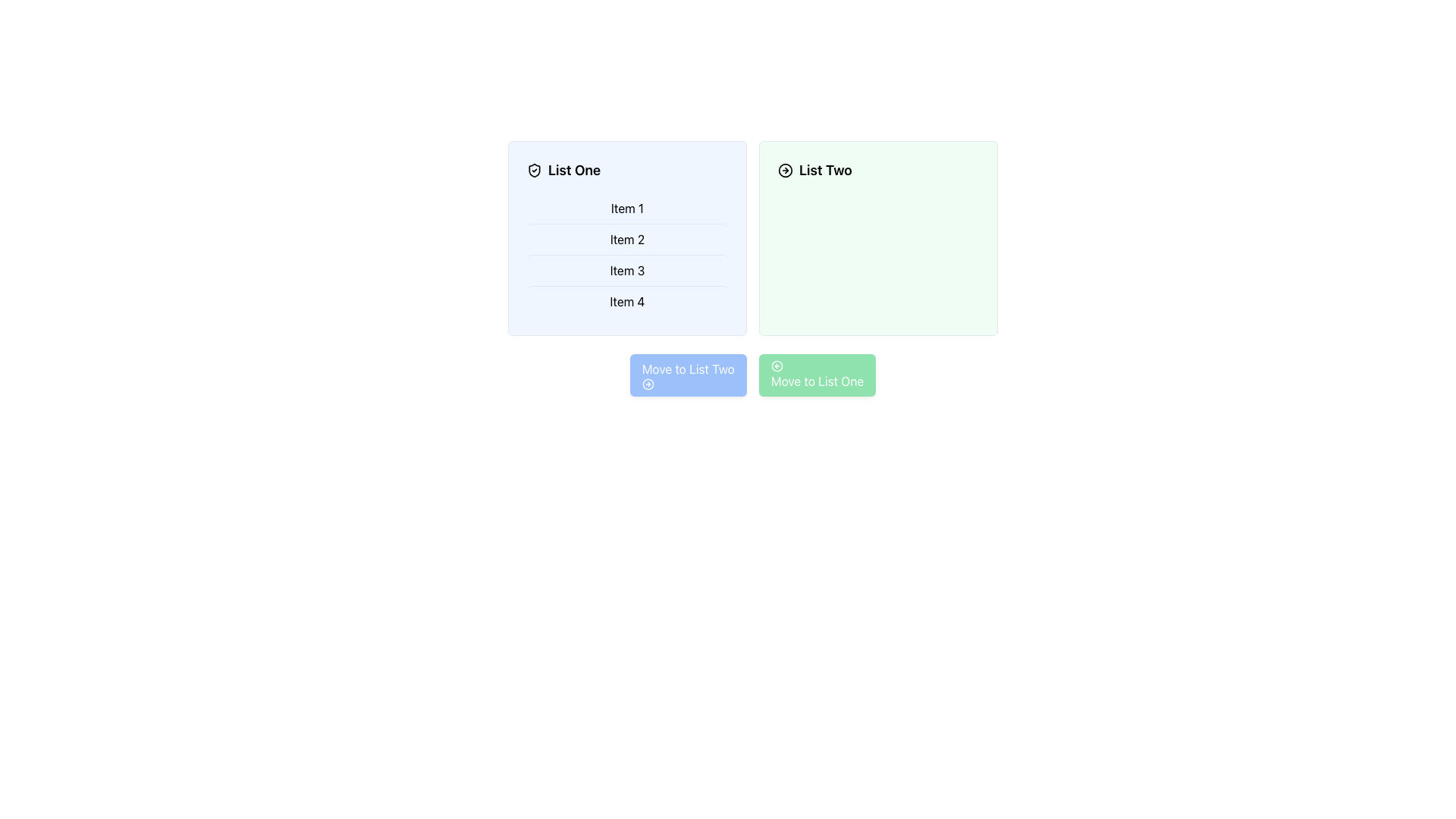 The height and width of the screenshot is (819, 1456). Describe the element at coordinates (627, 208) in the screenshot. I see `the first item in the selectable list titled 'List One', which is labeled 'Item 1'` at that location.